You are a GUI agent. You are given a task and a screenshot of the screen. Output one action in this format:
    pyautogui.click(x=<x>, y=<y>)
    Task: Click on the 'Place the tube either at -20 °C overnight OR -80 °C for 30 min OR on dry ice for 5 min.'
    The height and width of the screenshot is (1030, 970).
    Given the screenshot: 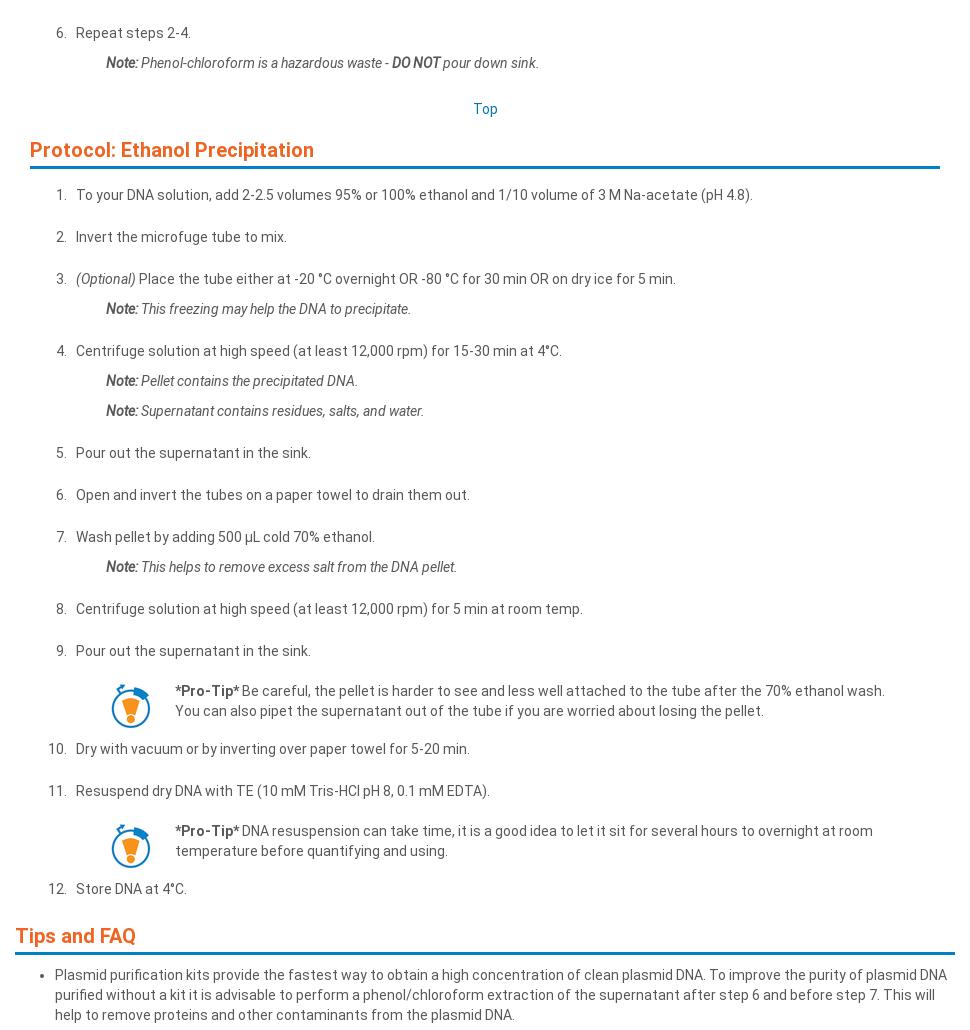 What is the action you would take?
    pyautogui.click(x=406, y=276)
    